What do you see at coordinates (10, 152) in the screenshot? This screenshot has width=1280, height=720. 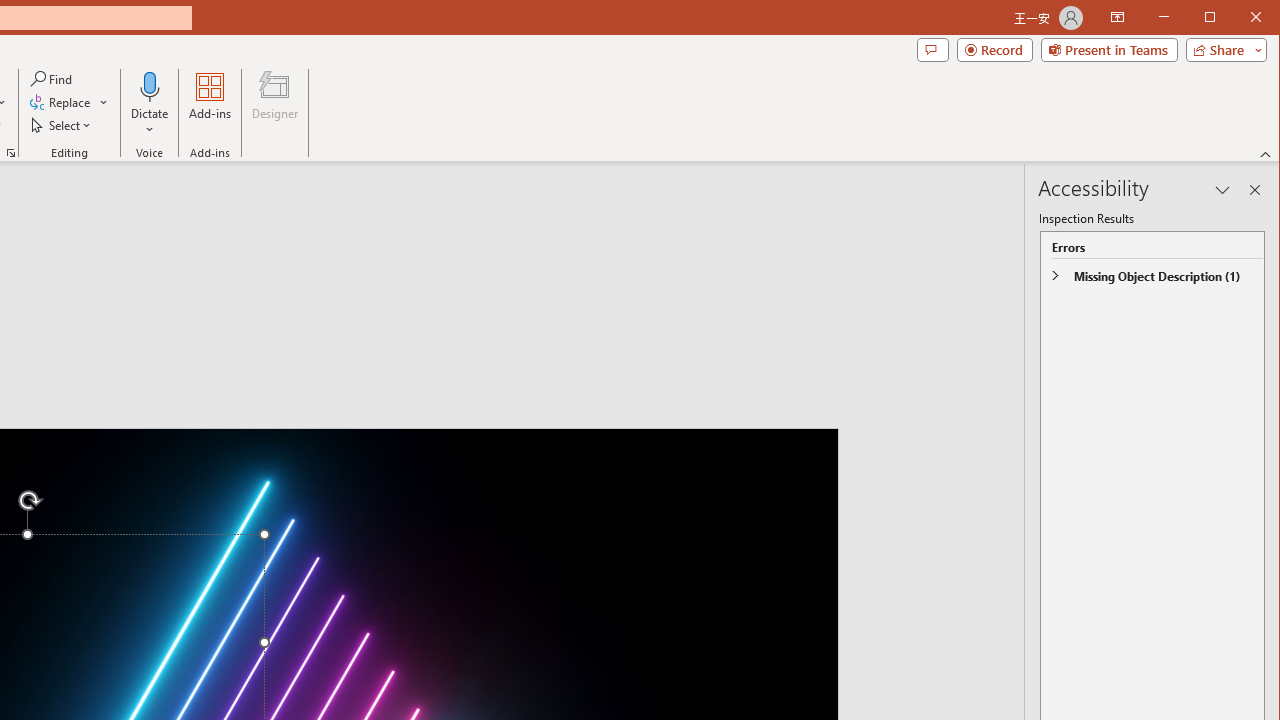 I see `'Format Object...'` at bounding box center [10, 152].